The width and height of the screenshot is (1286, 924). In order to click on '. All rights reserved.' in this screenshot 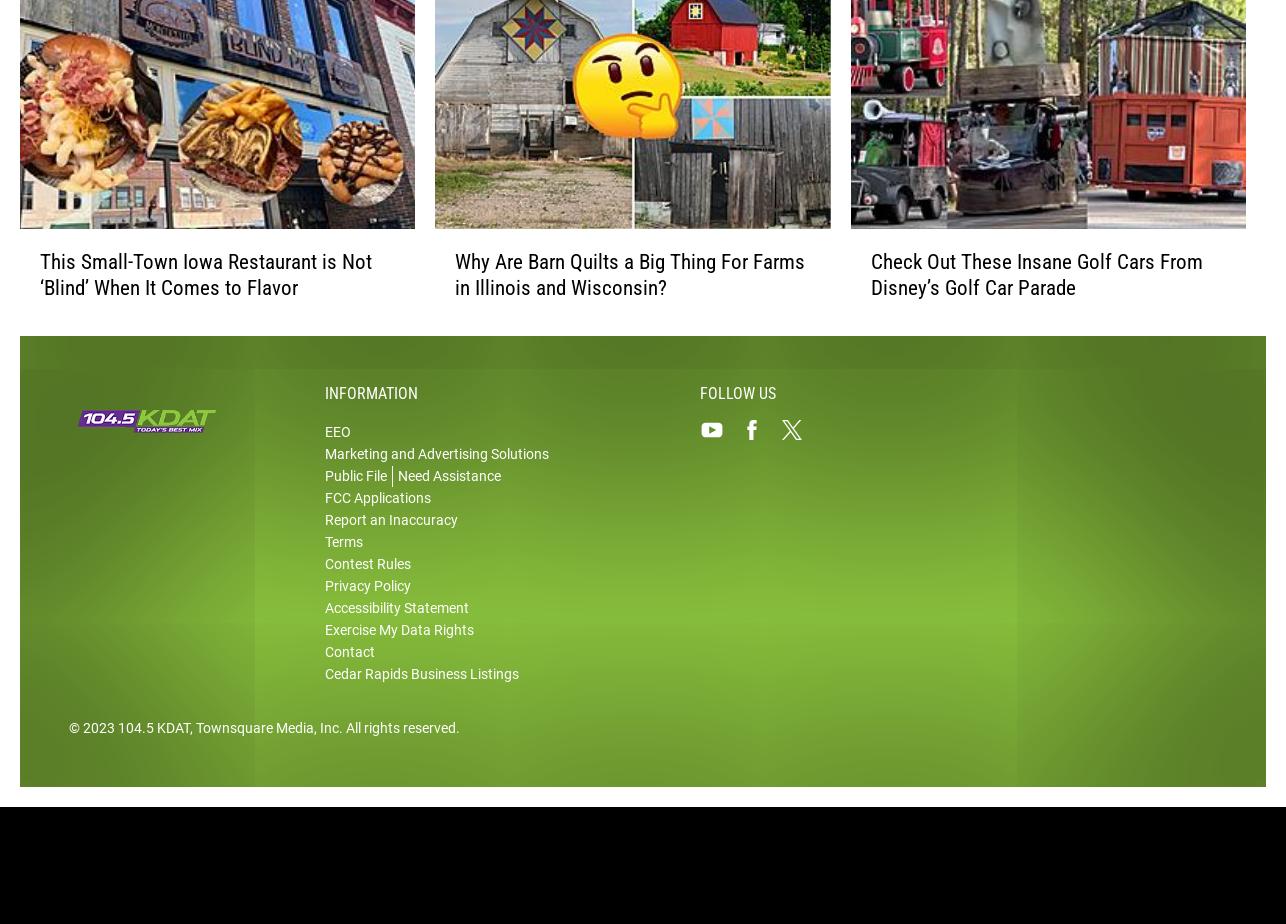, I will do `click(398, 759)`.